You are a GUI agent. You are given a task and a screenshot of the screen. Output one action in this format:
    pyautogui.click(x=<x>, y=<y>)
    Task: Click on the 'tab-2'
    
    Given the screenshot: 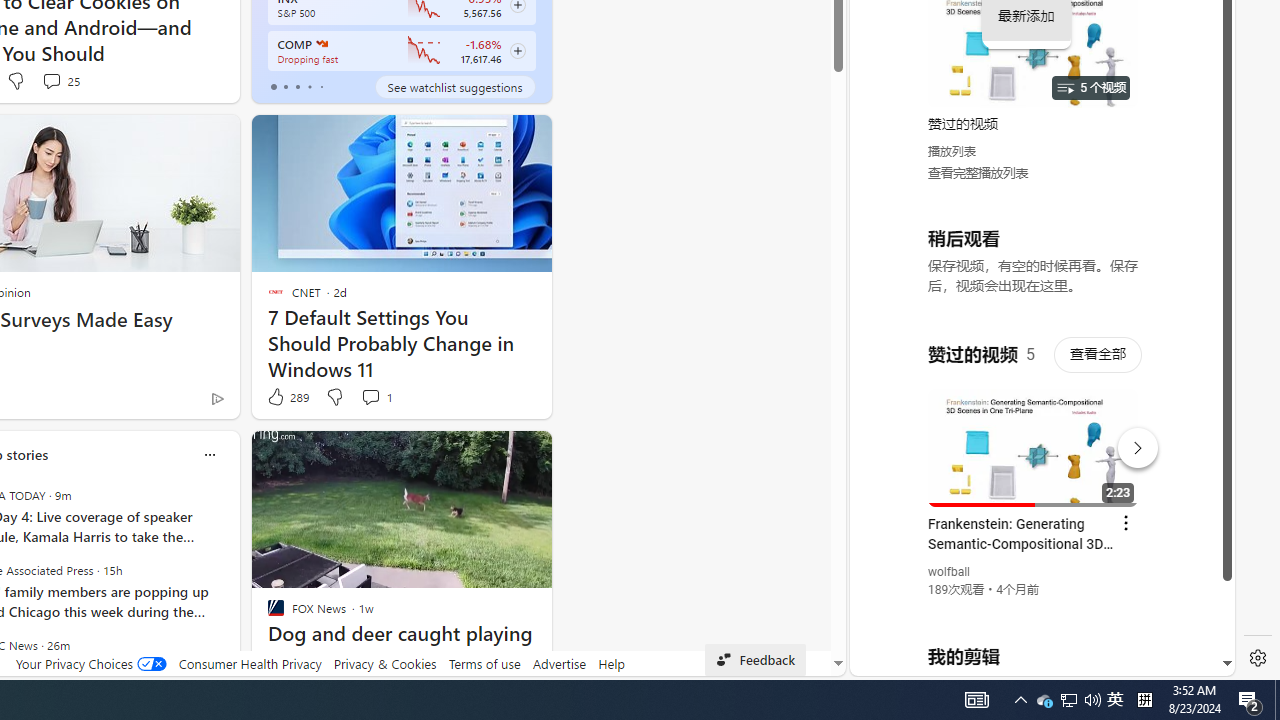 What is the action you would take?
    pyautogui.click(x=296, y=86)
    